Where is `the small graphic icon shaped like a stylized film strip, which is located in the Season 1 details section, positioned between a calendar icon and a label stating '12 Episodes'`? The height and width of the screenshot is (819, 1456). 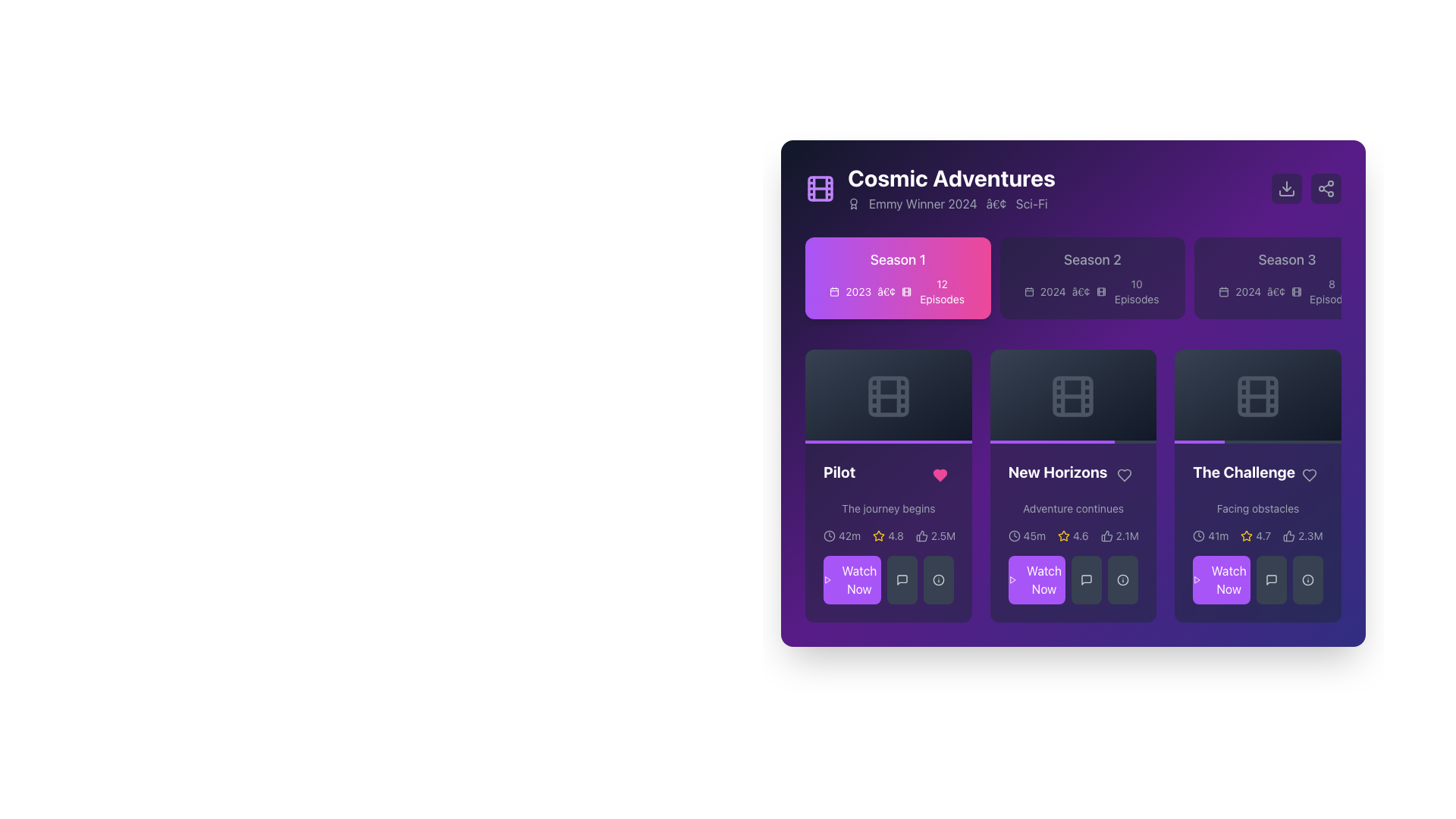
the small graphic icon shaped like a stylized film strip, which is located in the Season 1 details section, positioned between a calendar icon and a label stating '12 Episodes' is located at coordinates (906, 292).